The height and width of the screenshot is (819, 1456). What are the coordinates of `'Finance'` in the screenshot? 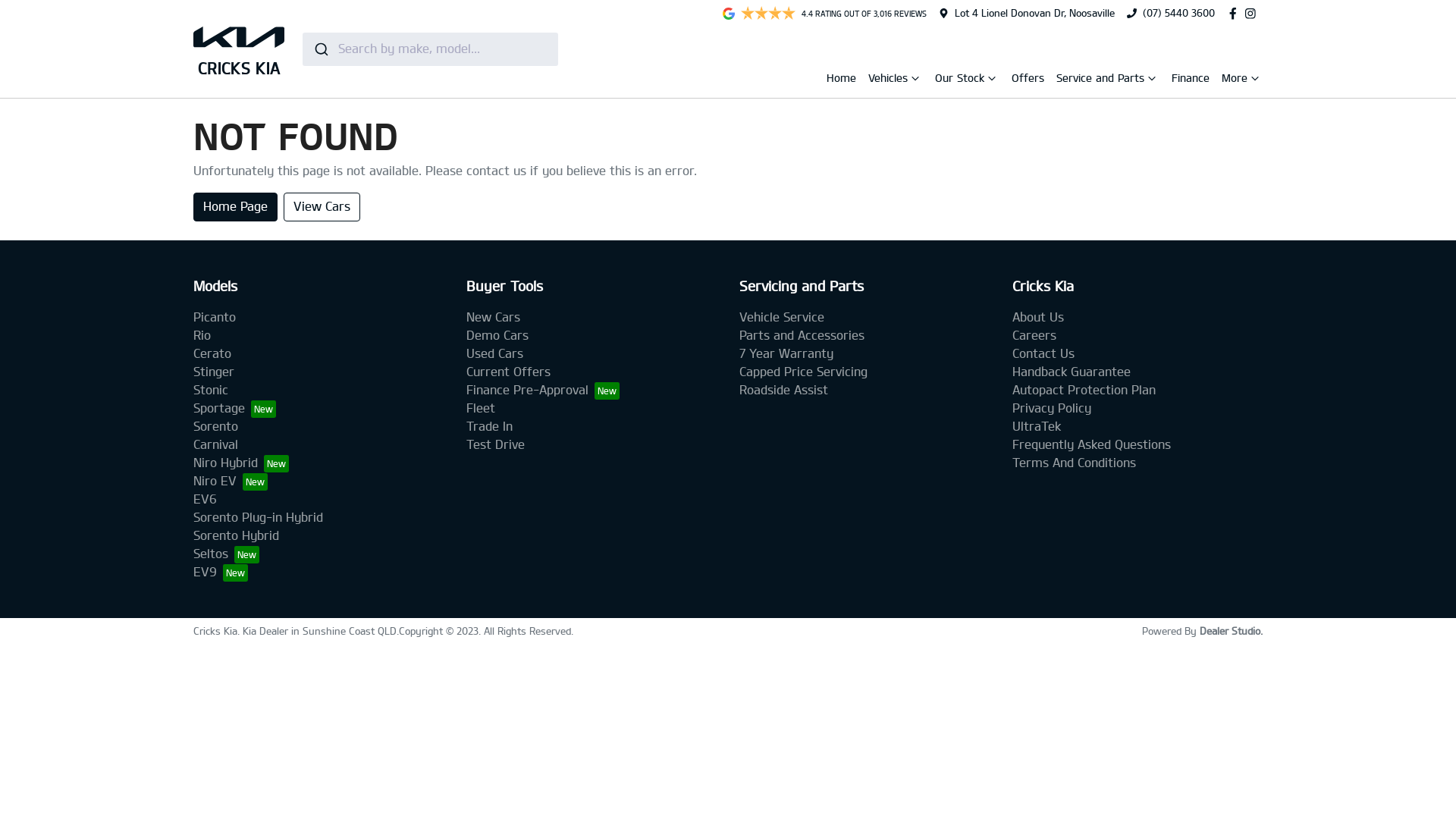 It's located at (1171, 77).